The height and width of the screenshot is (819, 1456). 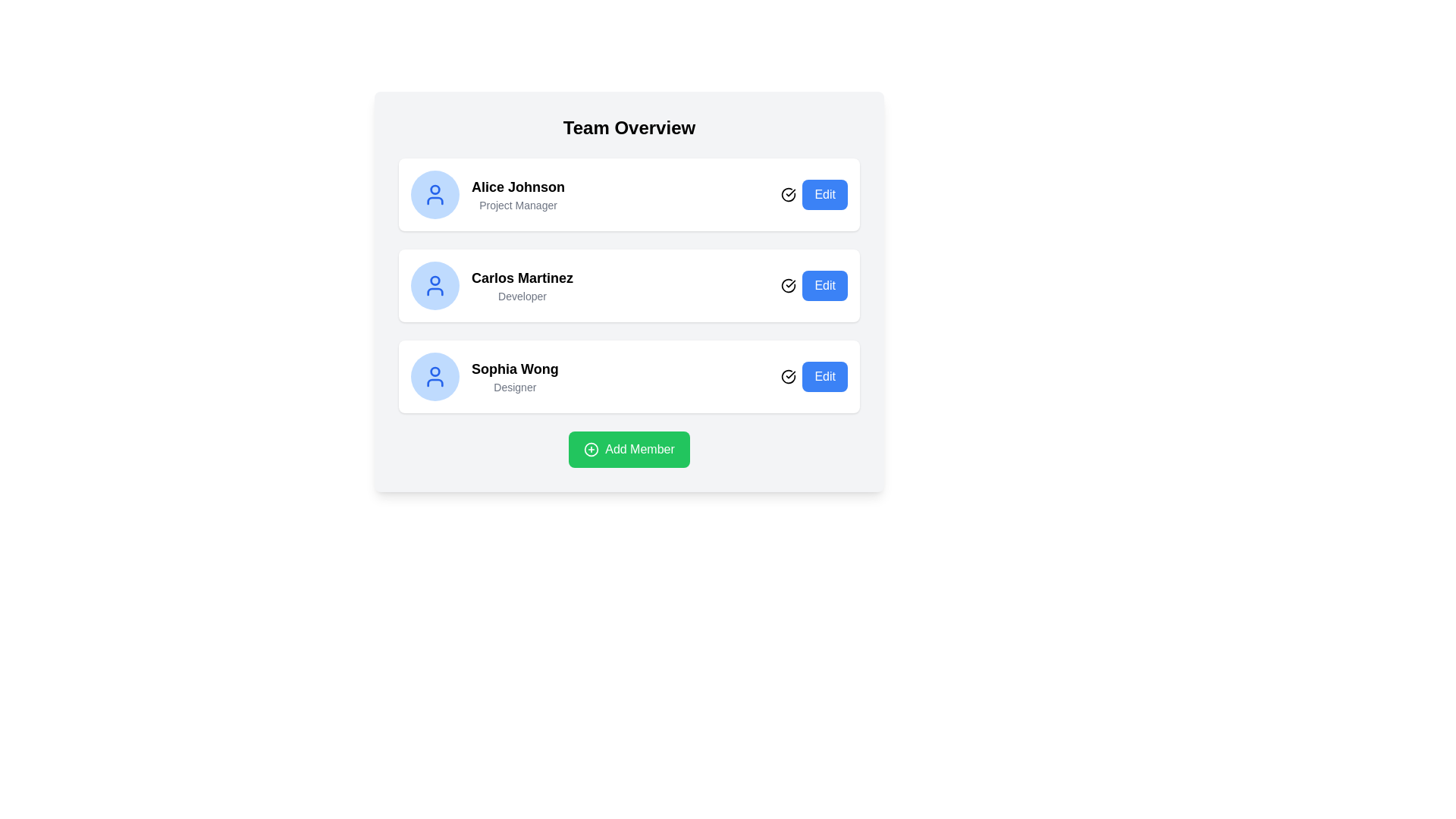 What do you see at coordinates (515, 386) in the screenshot?
I see `Label element containing the text 'Designer', which is styled in a small gray font and positioned below 'Sophia Wong'` at bounding box center [515, 386].